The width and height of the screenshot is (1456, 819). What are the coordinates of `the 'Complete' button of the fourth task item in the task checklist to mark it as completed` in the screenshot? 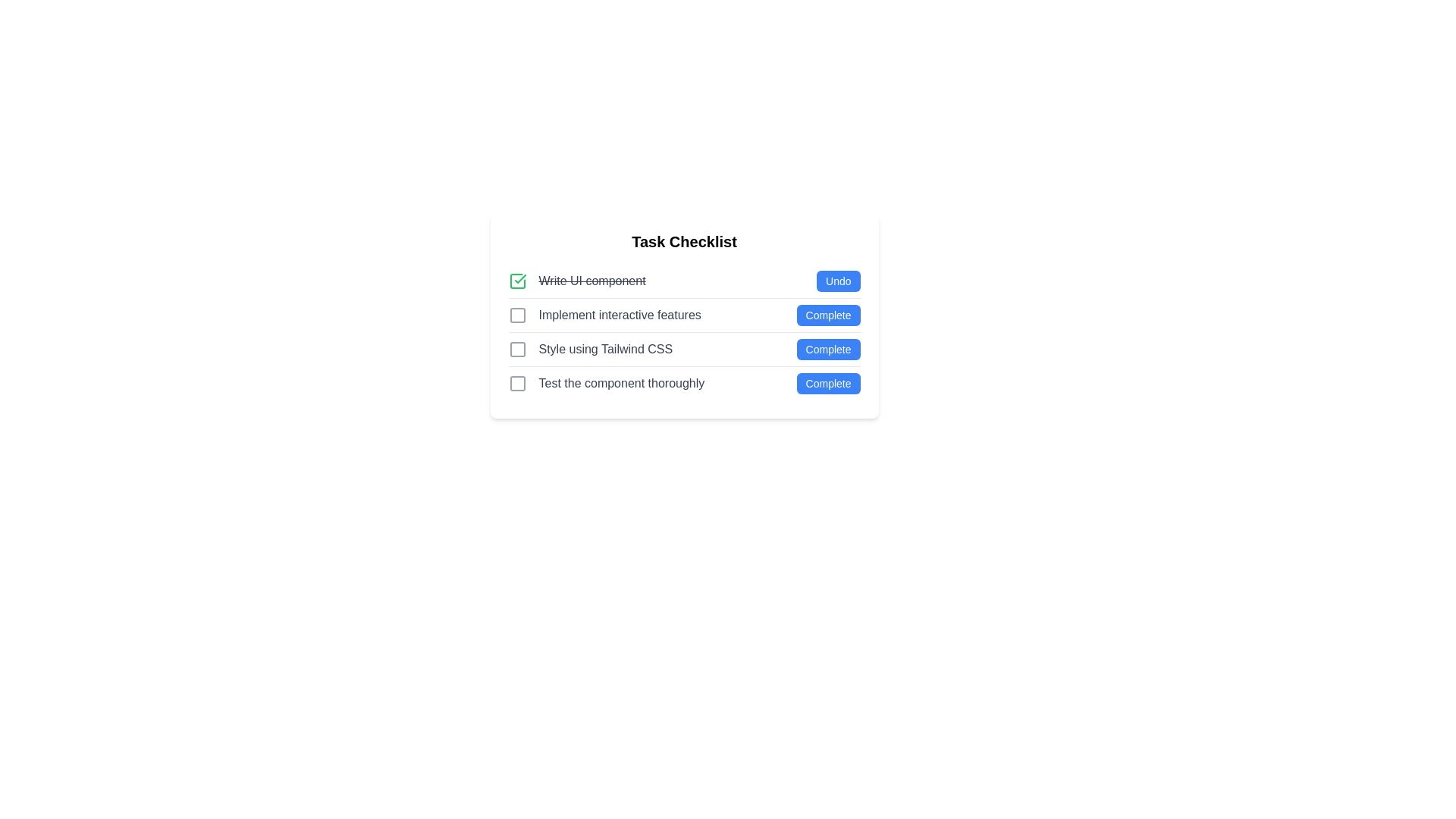 It's located at (683, 382).